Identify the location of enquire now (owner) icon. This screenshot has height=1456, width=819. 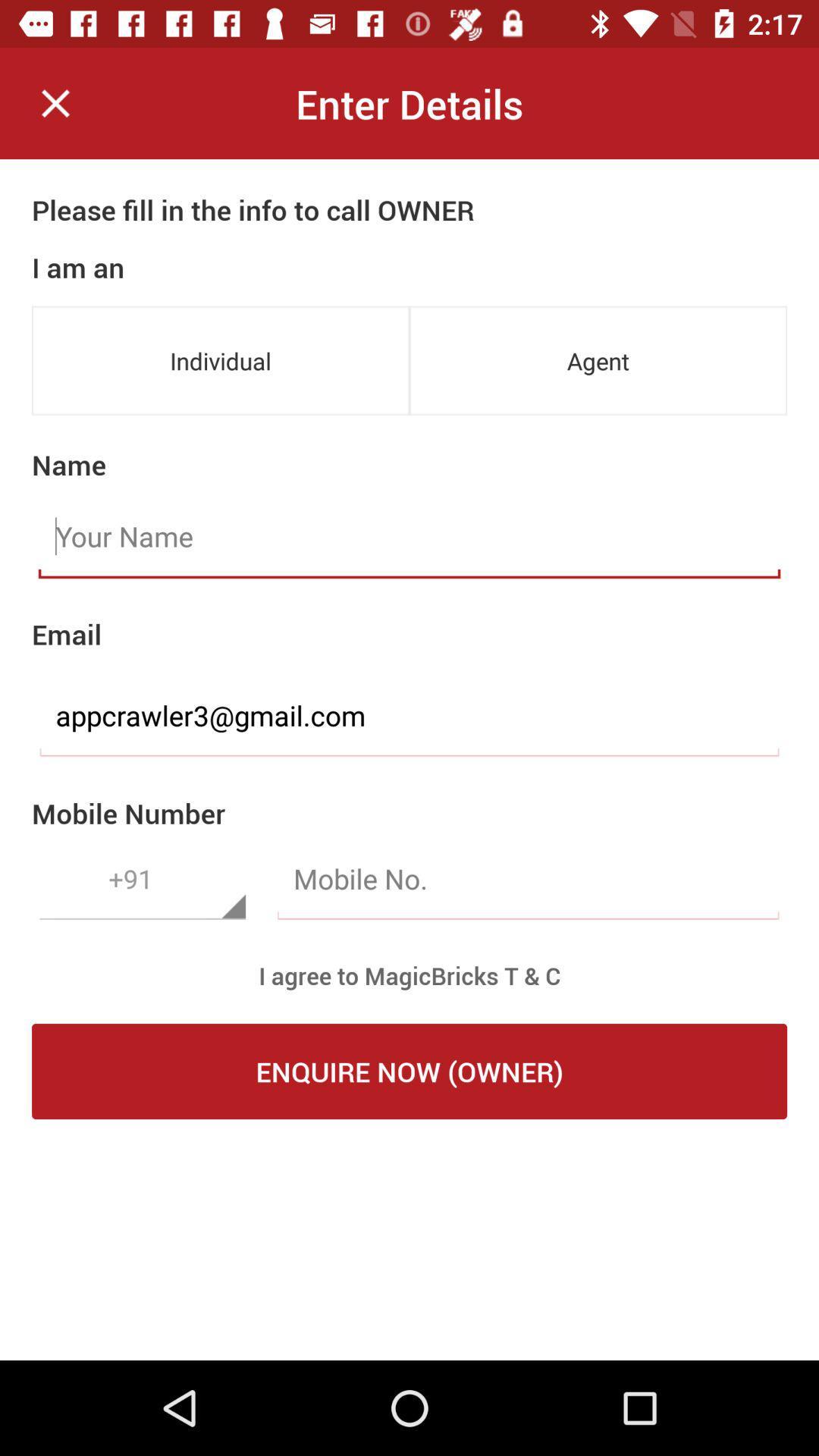
(409, 1070).